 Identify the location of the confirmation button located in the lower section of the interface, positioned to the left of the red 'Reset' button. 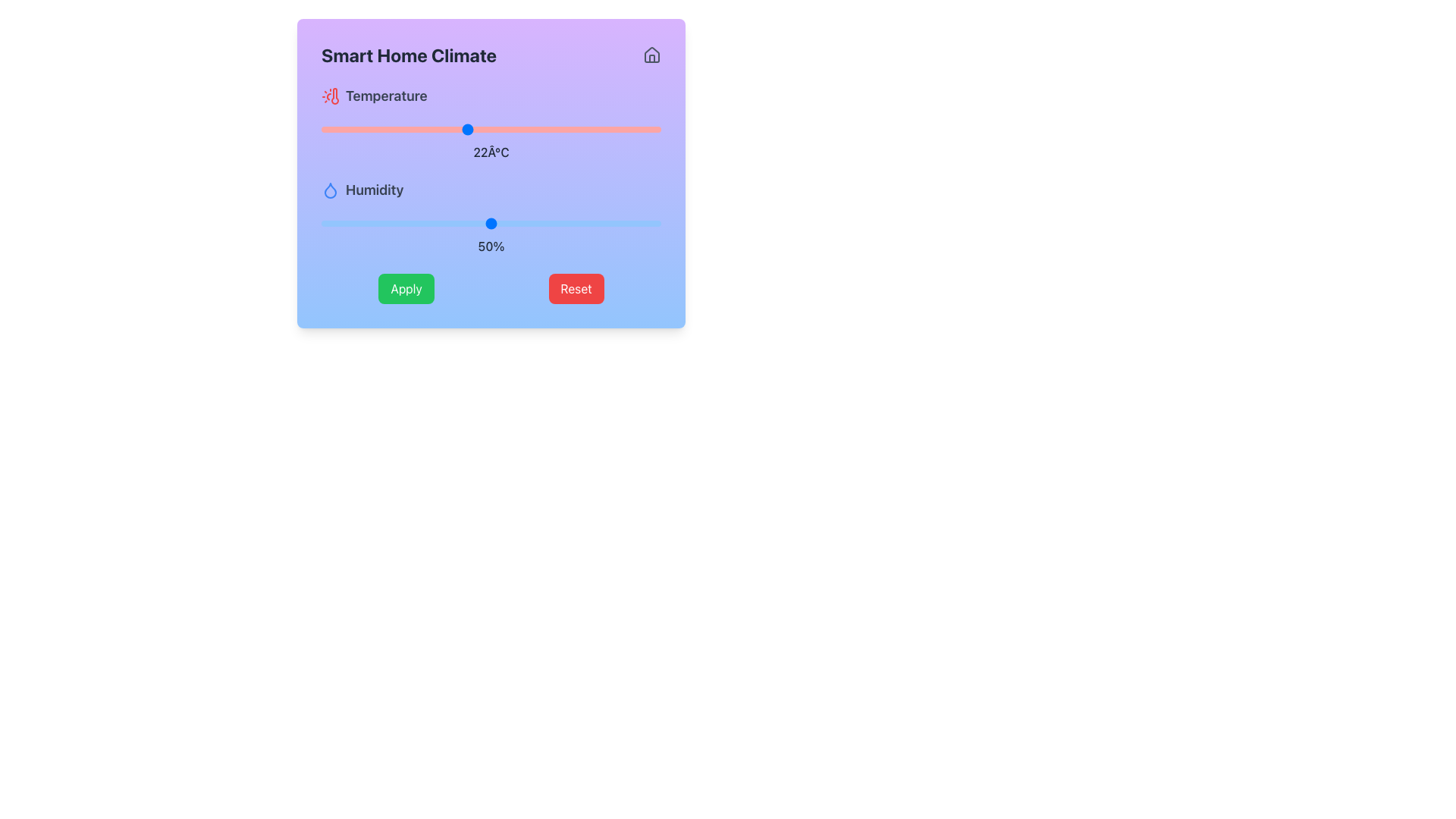
(406, 289).